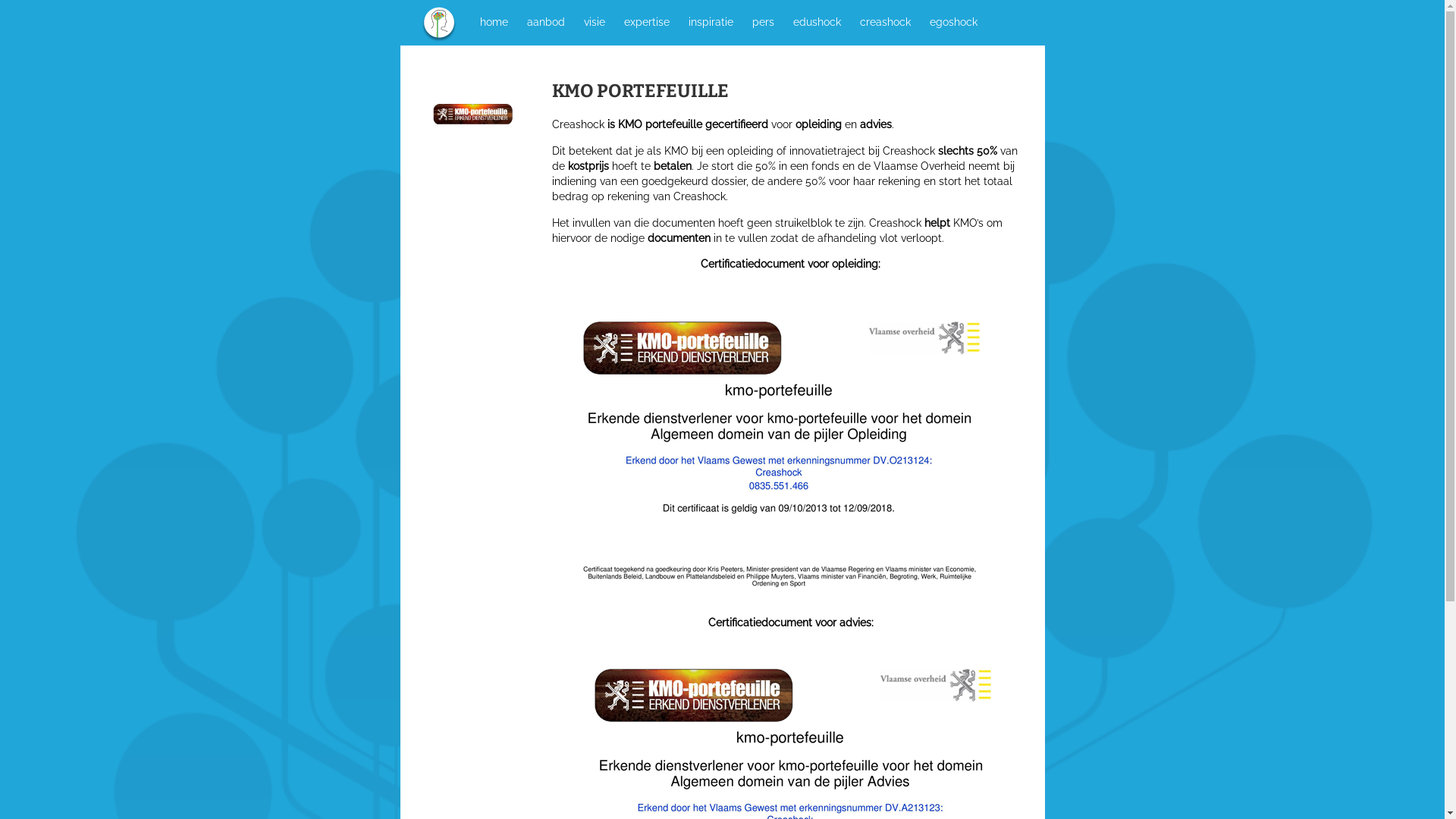  I want to click on 'visie', so click(592, 21).